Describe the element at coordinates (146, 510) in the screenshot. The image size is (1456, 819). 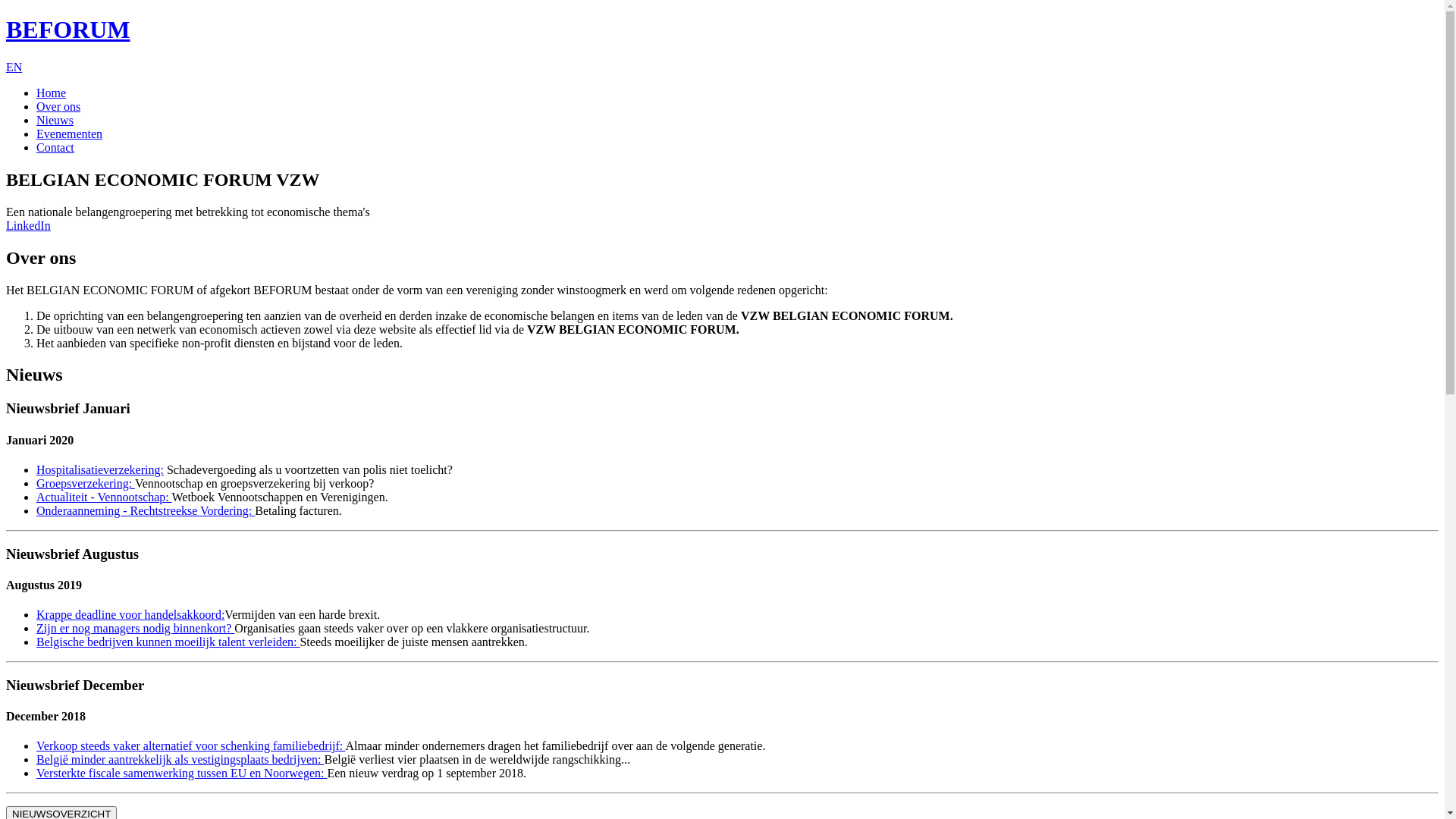
I see `'Onderaanneming - Rechtstreekse Vordering:'` at that location.